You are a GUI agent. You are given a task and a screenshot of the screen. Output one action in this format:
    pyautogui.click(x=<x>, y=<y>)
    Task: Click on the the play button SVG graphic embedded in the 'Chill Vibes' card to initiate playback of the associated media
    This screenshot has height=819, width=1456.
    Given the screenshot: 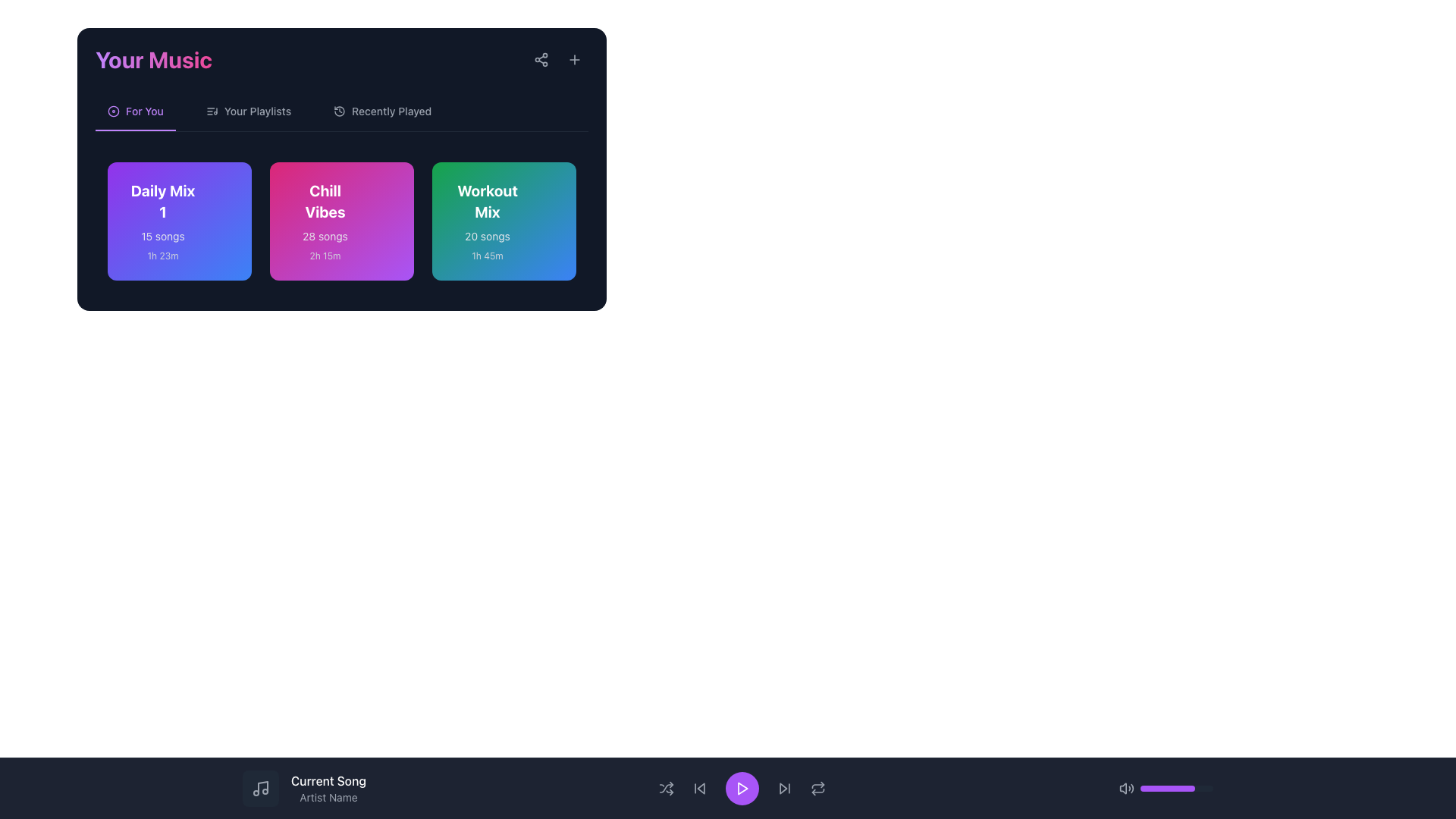 What is the action you would take?
    pyautogui.click(x=378, y=196)
    